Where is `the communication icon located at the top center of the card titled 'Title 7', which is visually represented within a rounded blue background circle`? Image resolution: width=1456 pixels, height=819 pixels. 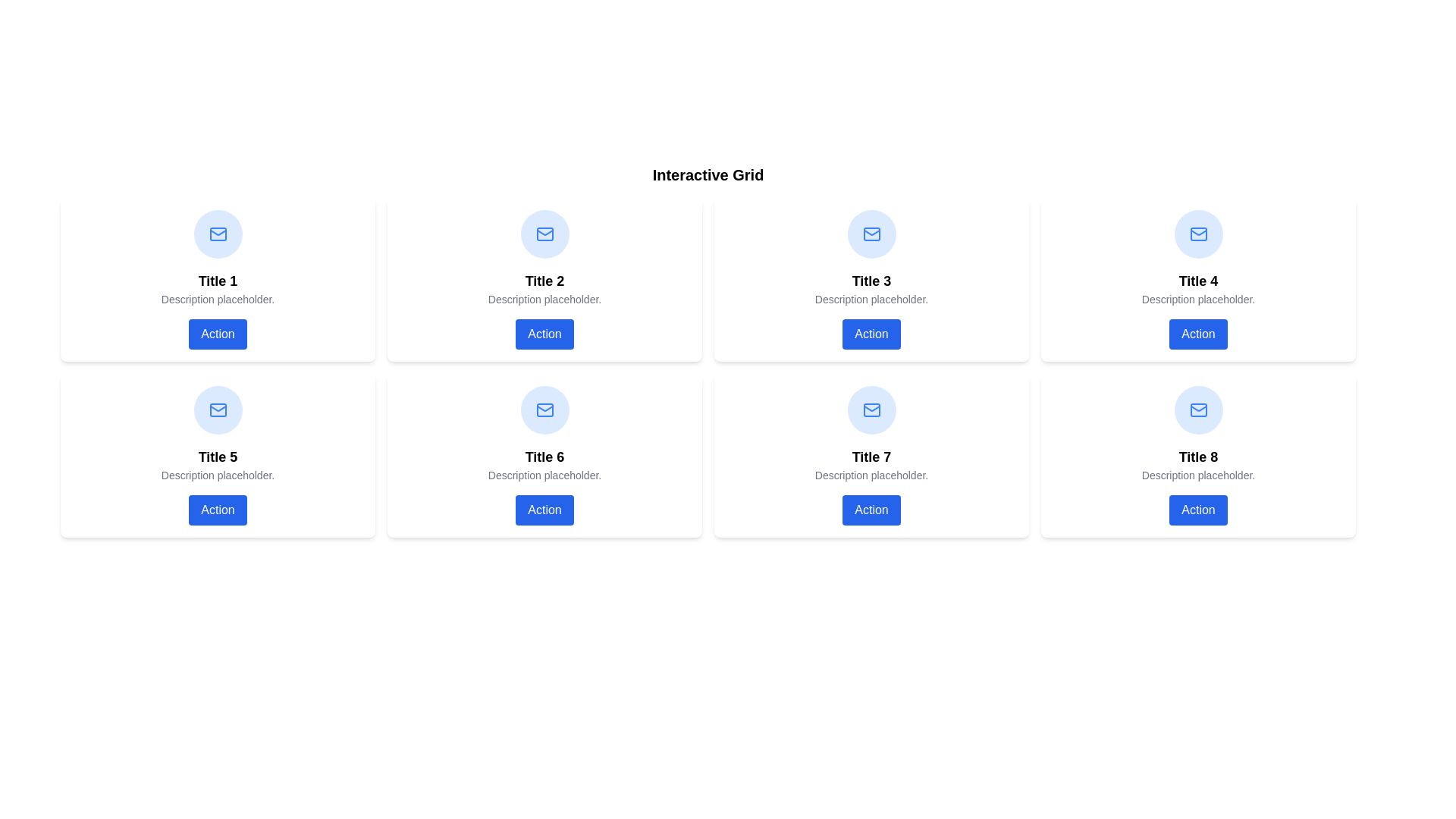 the communication icon located at the top center of the card titled 'Title 7', which is visually represented within a rounded blue background circle is located at coordinates (871, 409).